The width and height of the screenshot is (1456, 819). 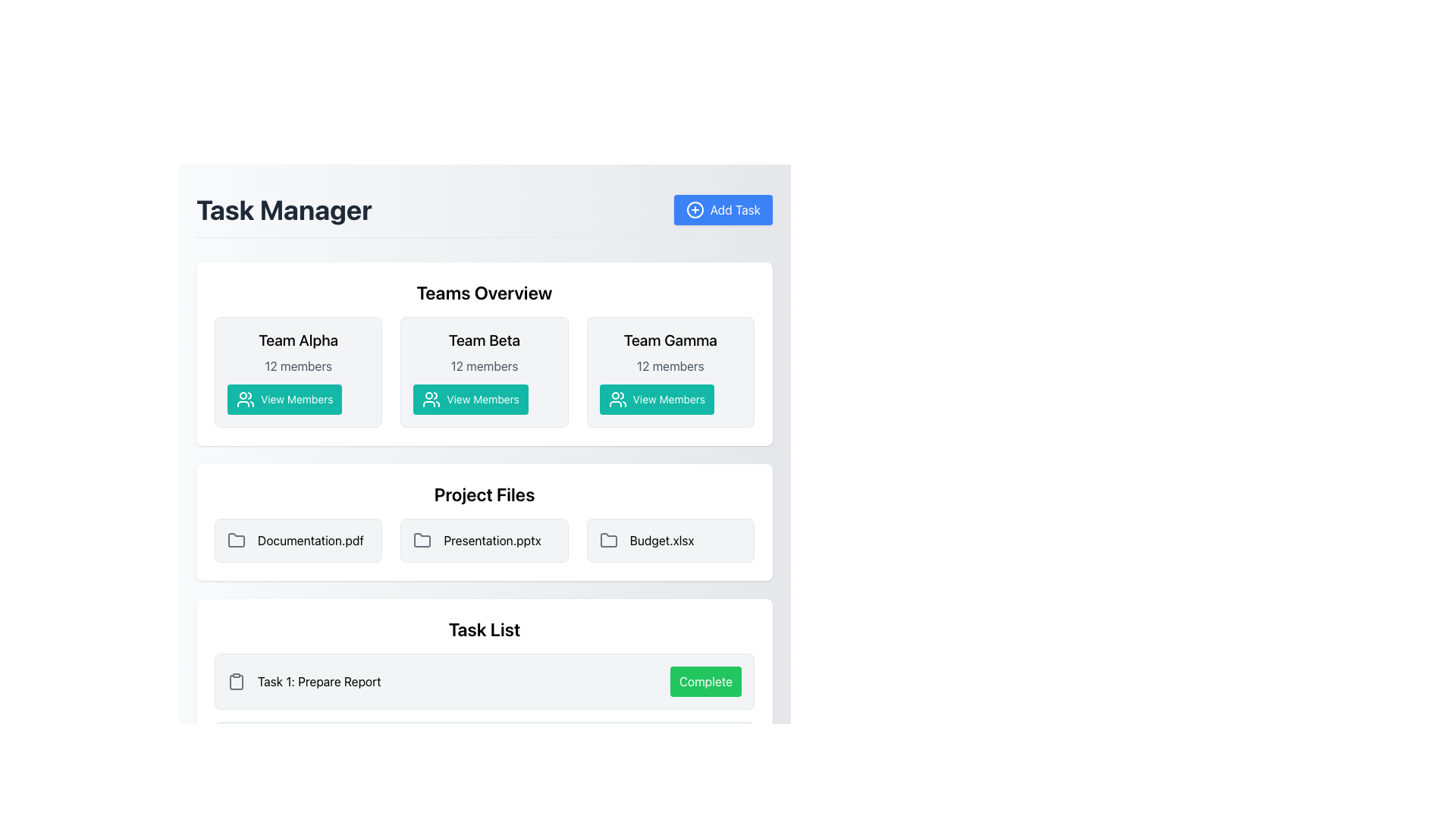 I want to click on the label displaying '12 members' which is located beneath the title 'Team Beta' in the card-style layout, so click(x=483, y=366).